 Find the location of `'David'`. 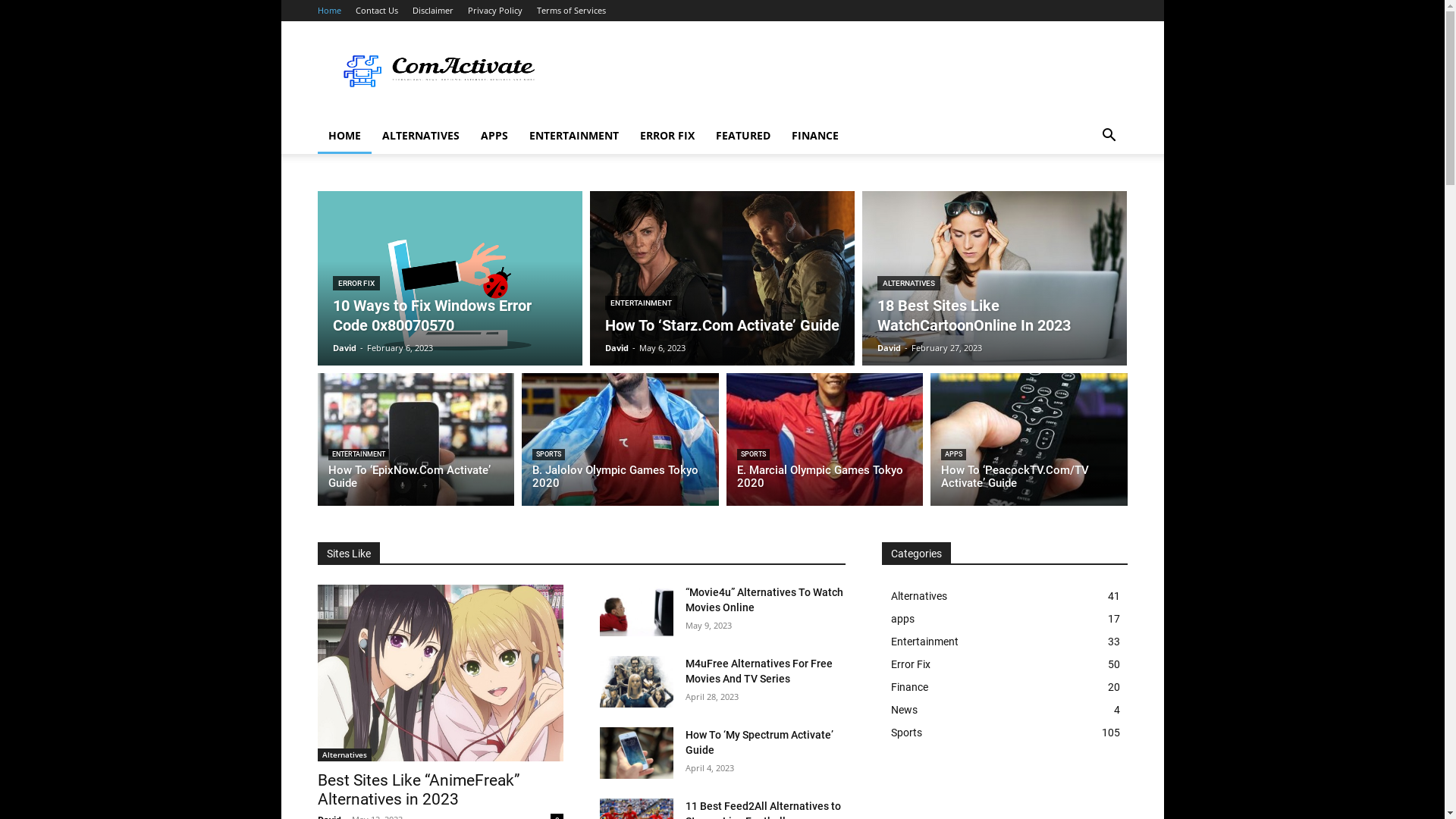

'David' is located at coordinates (343, 347).